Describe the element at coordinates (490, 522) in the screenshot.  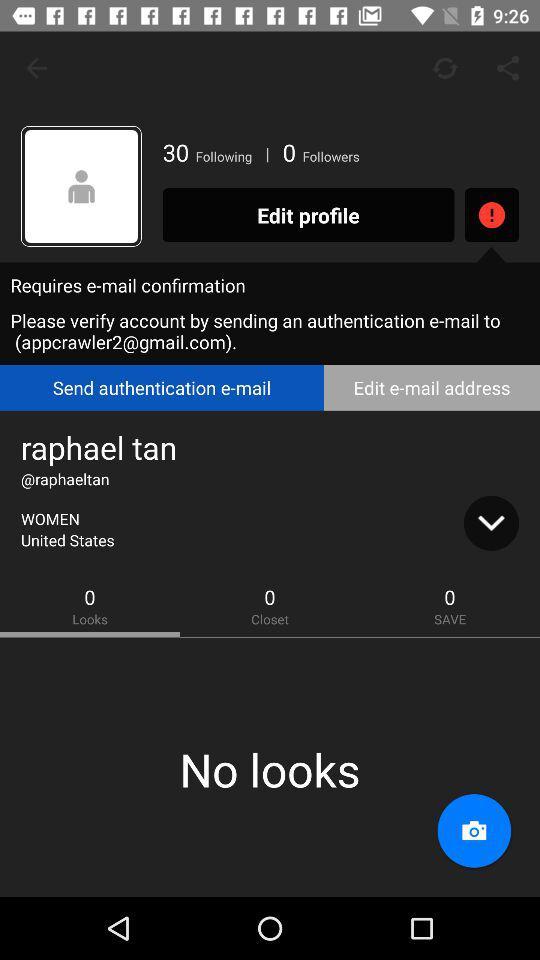
I see `more information` at that location.